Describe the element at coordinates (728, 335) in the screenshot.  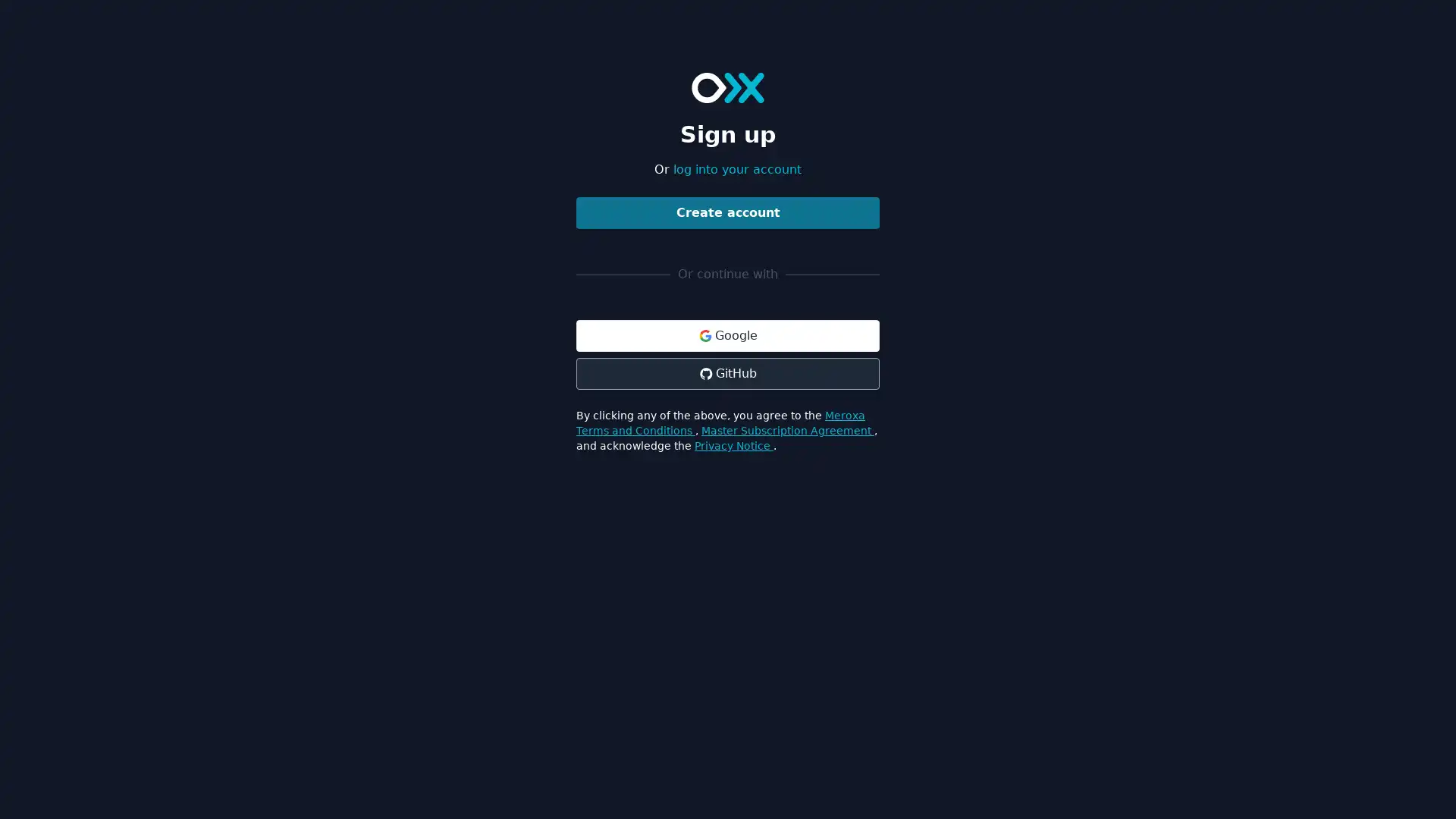
I see `Google Google` at that location.